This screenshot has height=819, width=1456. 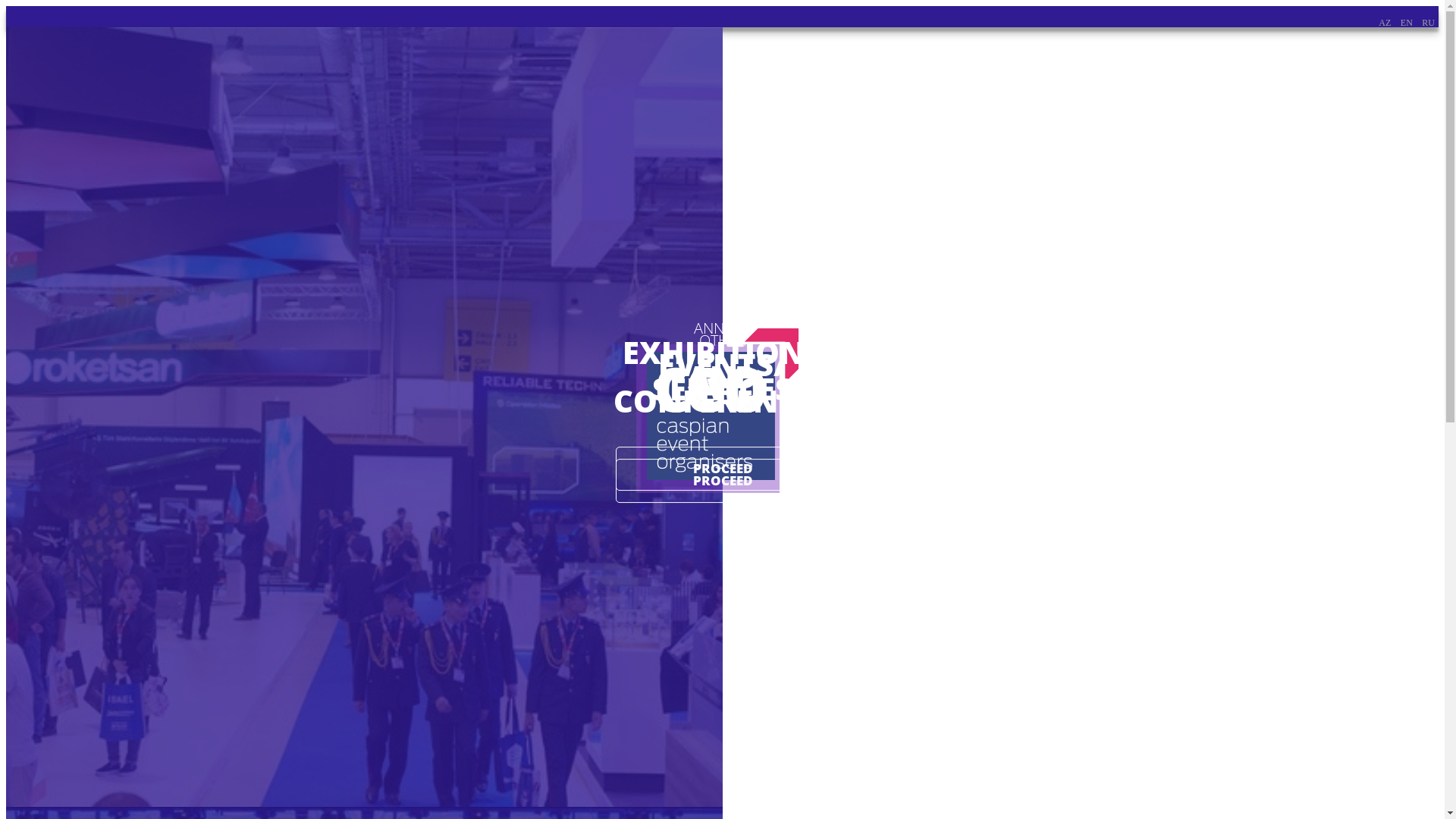 What do you see at coordinates (615, 480) in the screenshot?
I see `'PROCEED'` at bounding box center [615, 480].